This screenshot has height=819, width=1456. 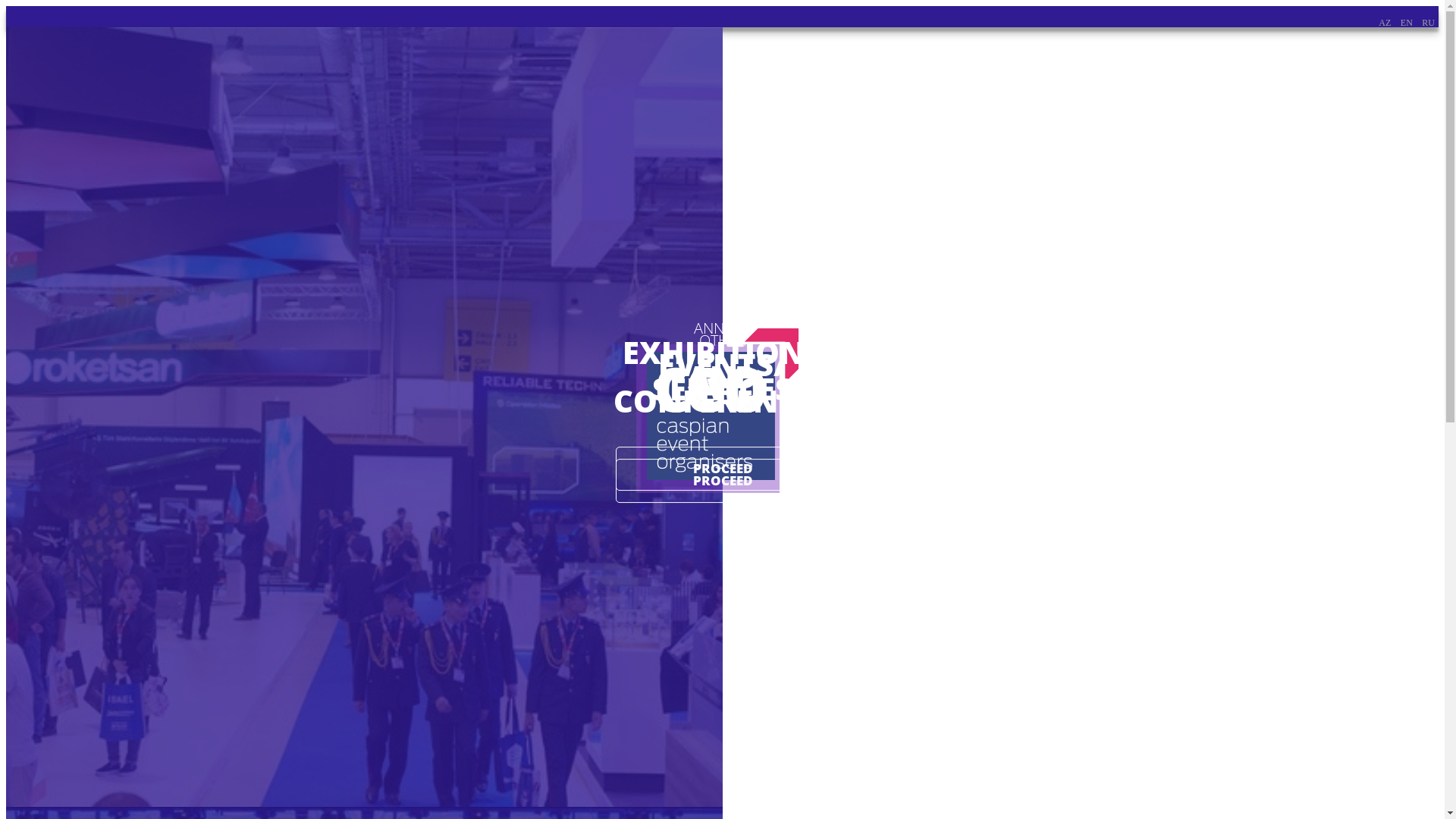 What do you see at coordinates (615, 480) in the screenshot?
I see `'PROCEED'` at bounding box center [615, 480].